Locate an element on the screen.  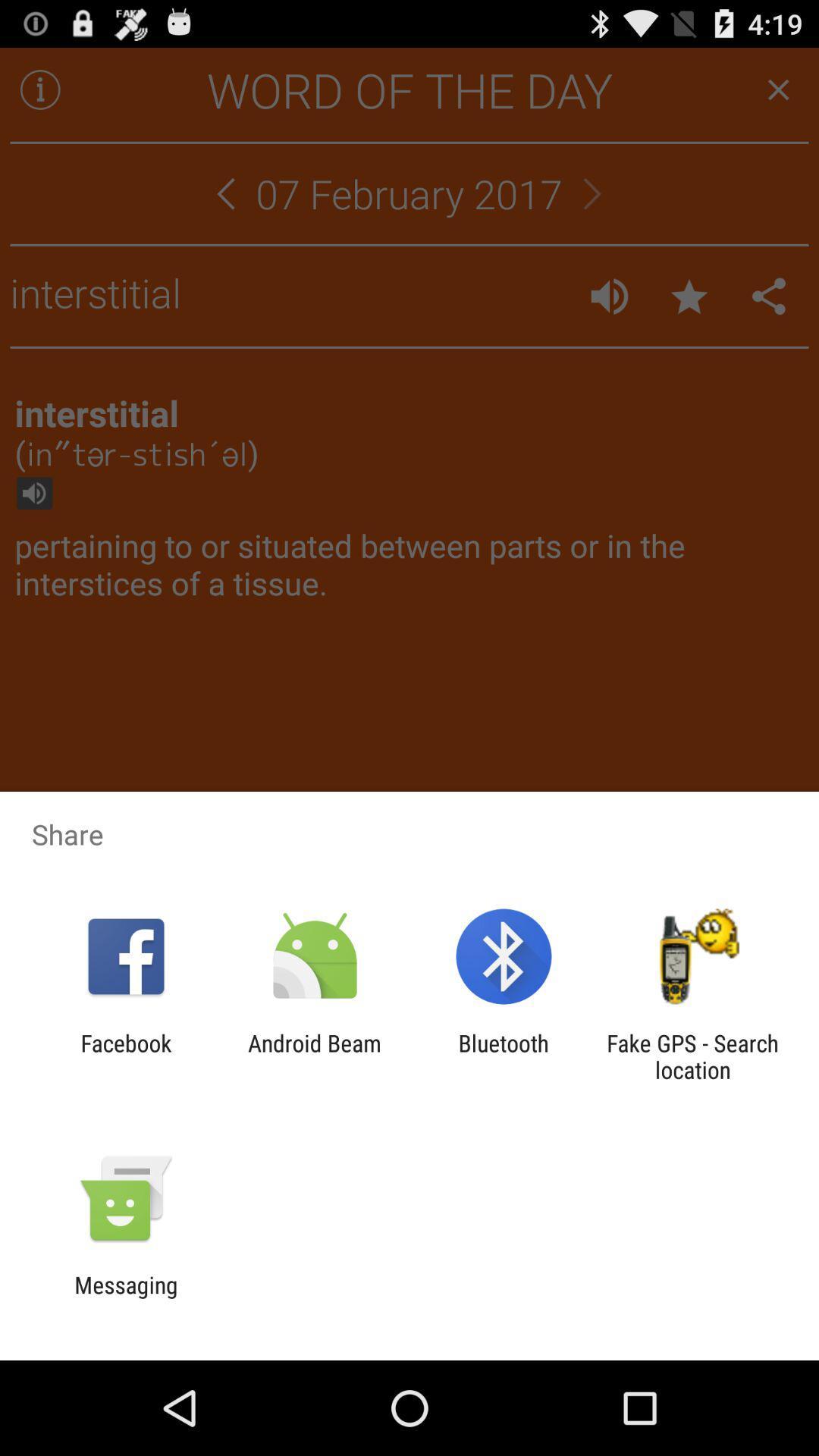
messaging item is located at coordinates (125, 1298).